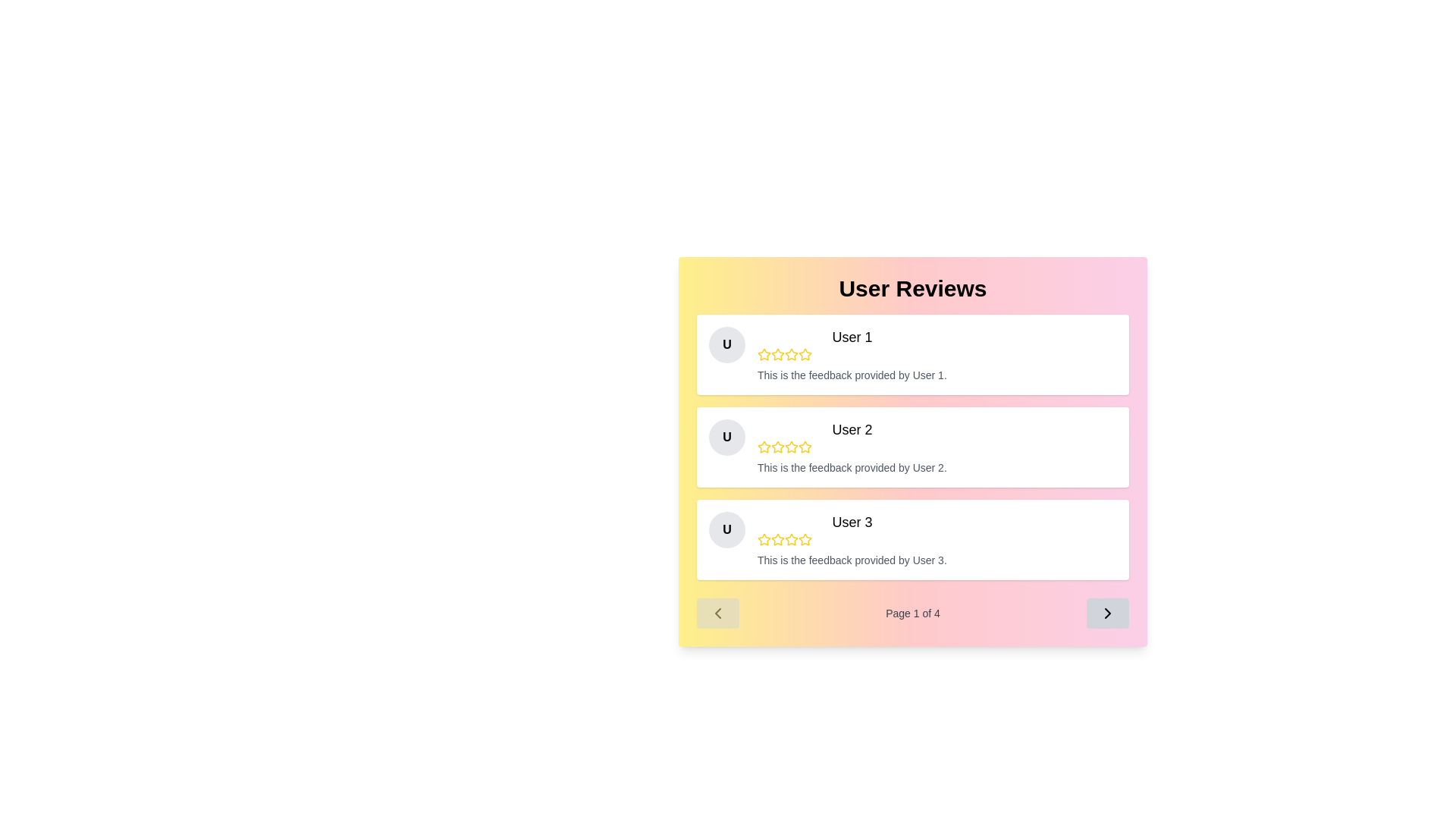 The height and width of the screenshot is (819, 1456). What do you see at coordinates (852, 467) in the screenshot?
I see `text label displaying 'This is the feedback provided by User 2.' positioned below User 2's name and rating stars in the second feedback card` at bounding box center [852, 467].